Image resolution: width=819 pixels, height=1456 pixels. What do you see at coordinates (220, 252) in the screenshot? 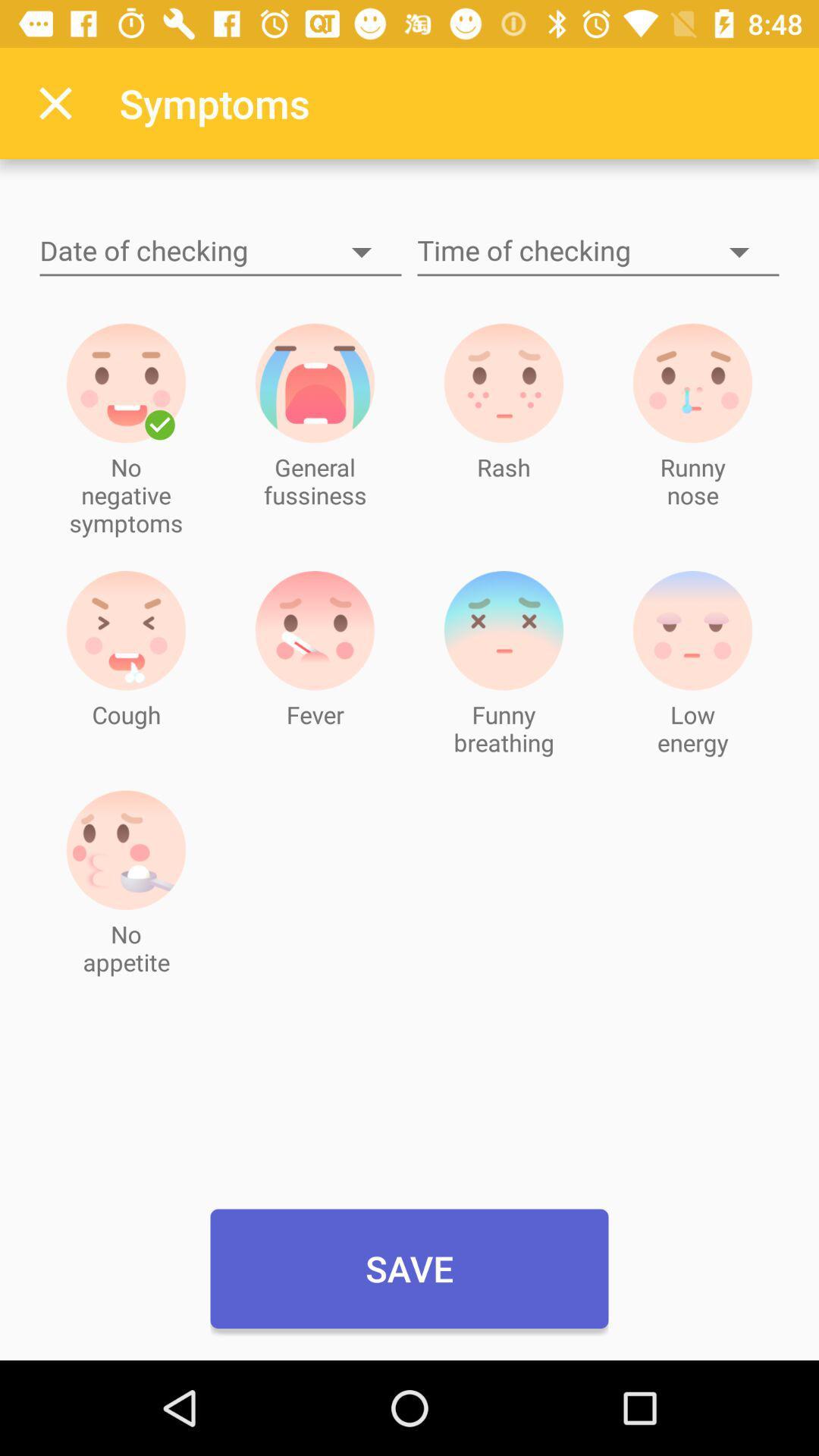
I see `date of checking` at bounding box center [220, 252].